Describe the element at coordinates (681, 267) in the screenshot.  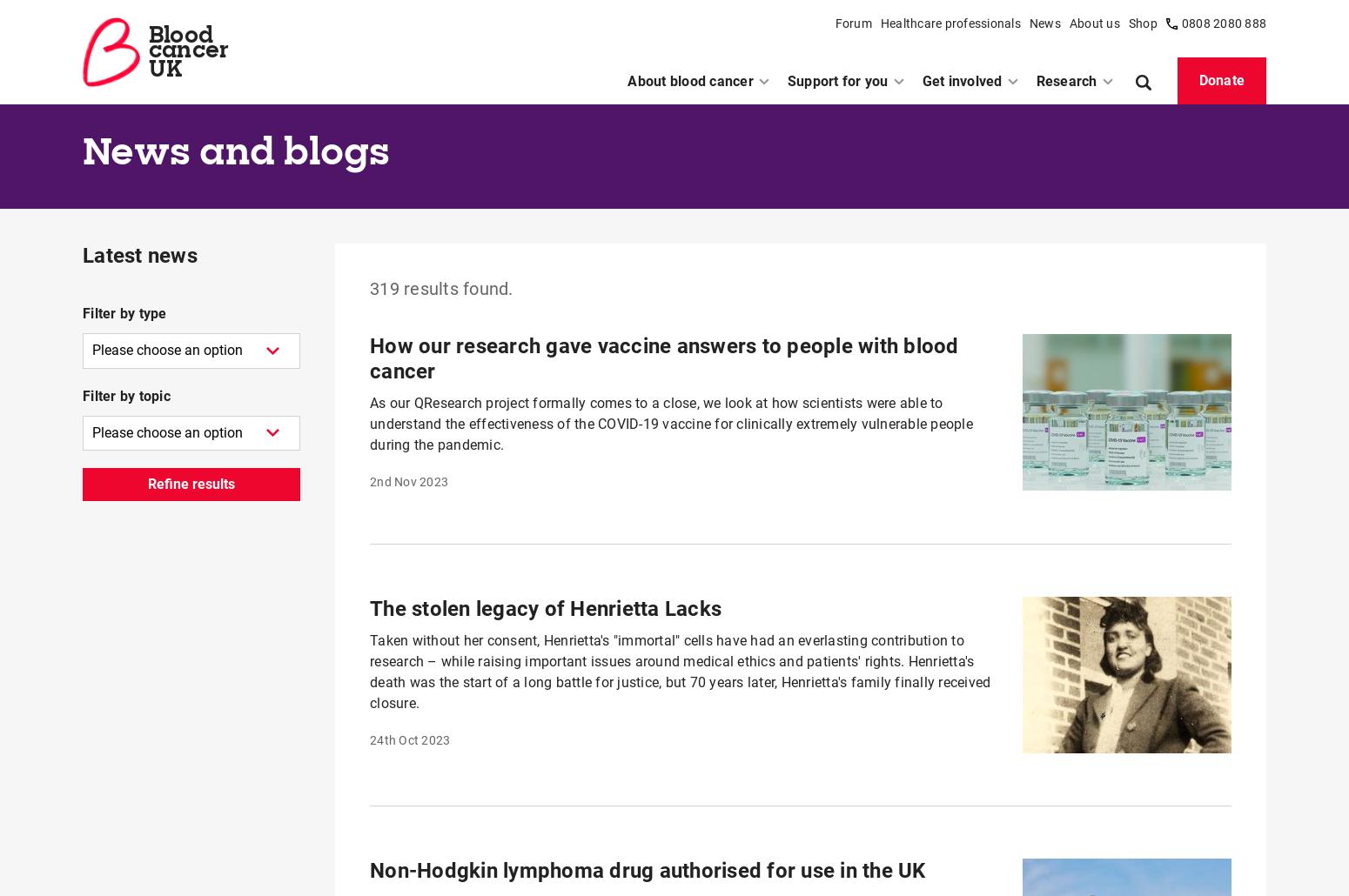
I see `'David Lauder has completed his 19th Great North Run in support of blood cancer research. He's seeking to raise awareness of blood cancer by telling his story – without the jargon – and hopes to demonstrate that the dark times can be overcome by anyone.'` at that location.